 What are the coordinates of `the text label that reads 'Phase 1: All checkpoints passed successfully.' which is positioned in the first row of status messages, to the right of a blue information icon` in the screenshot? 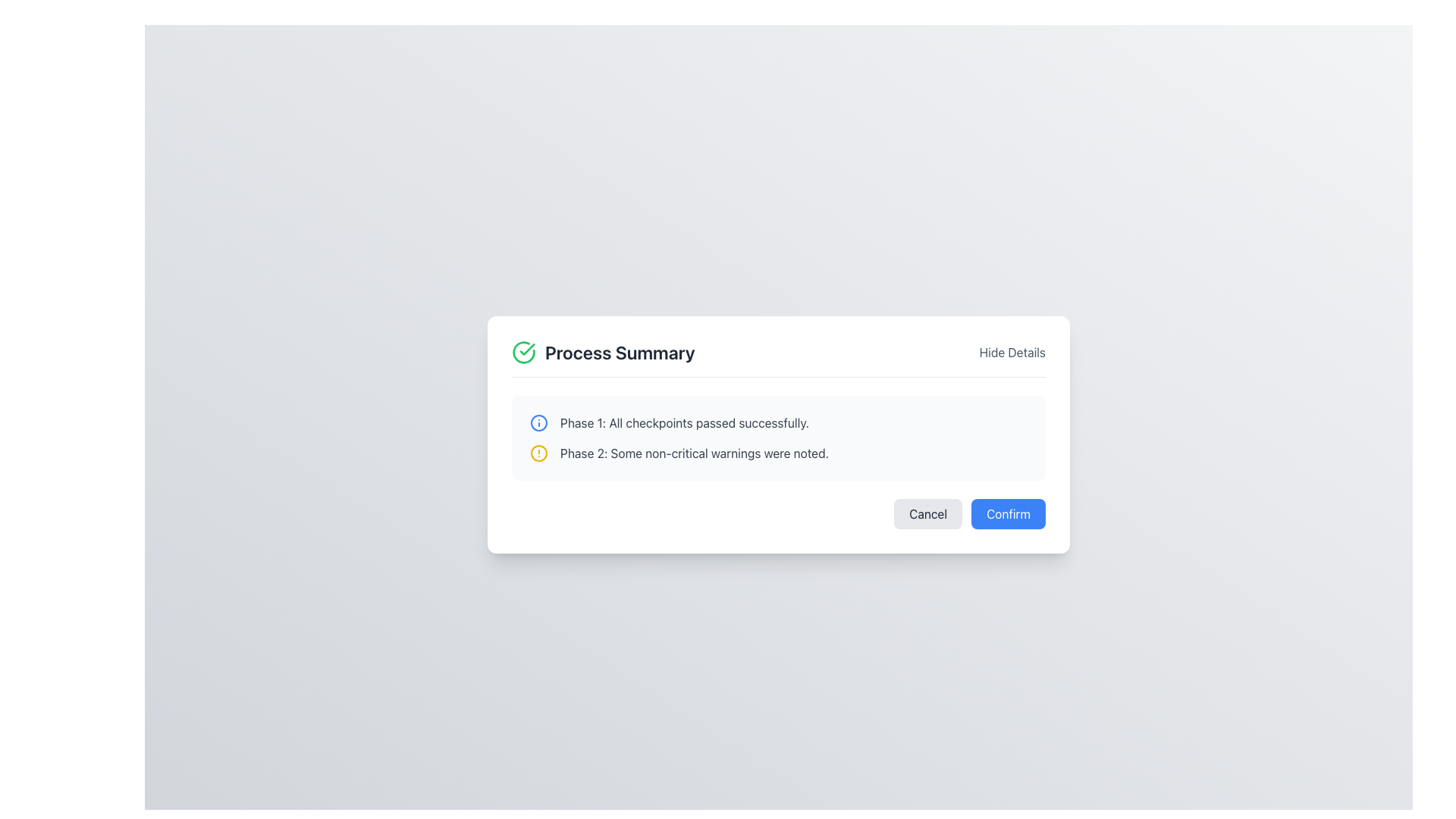 It's located at (683, 422).